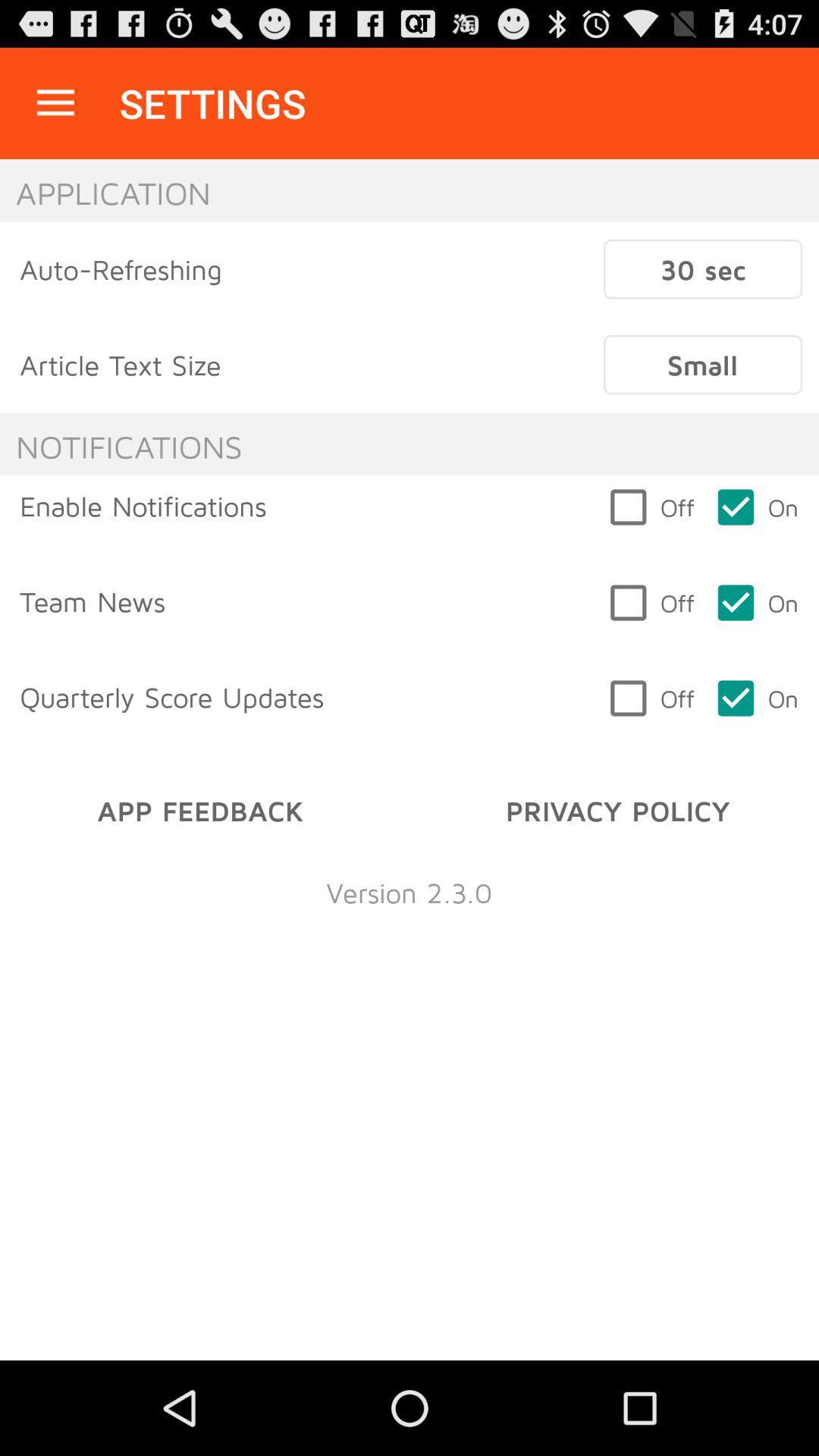 Image resolution: width=819 pixels, height=1456 pixels. I want to click on the item above the application item, so click(55, 102).